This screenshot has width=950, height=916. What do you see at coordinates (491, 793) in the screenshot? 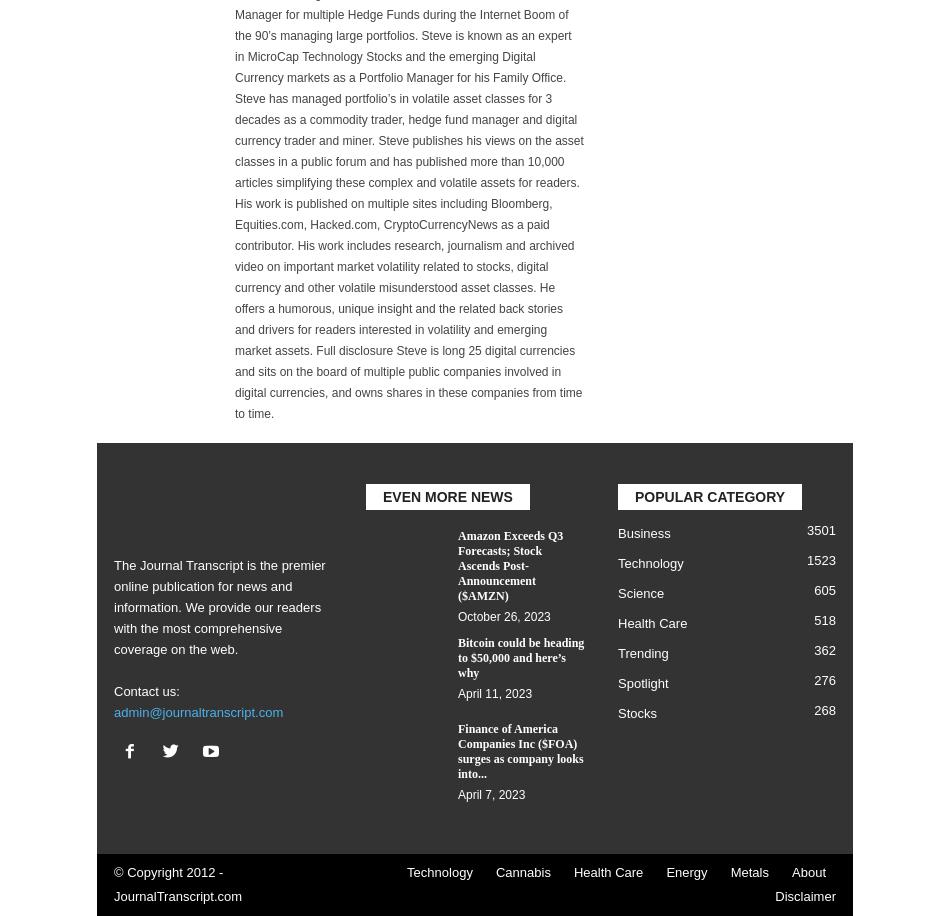
I see `'April 7, 2023'` at bounding box center [491, 793].